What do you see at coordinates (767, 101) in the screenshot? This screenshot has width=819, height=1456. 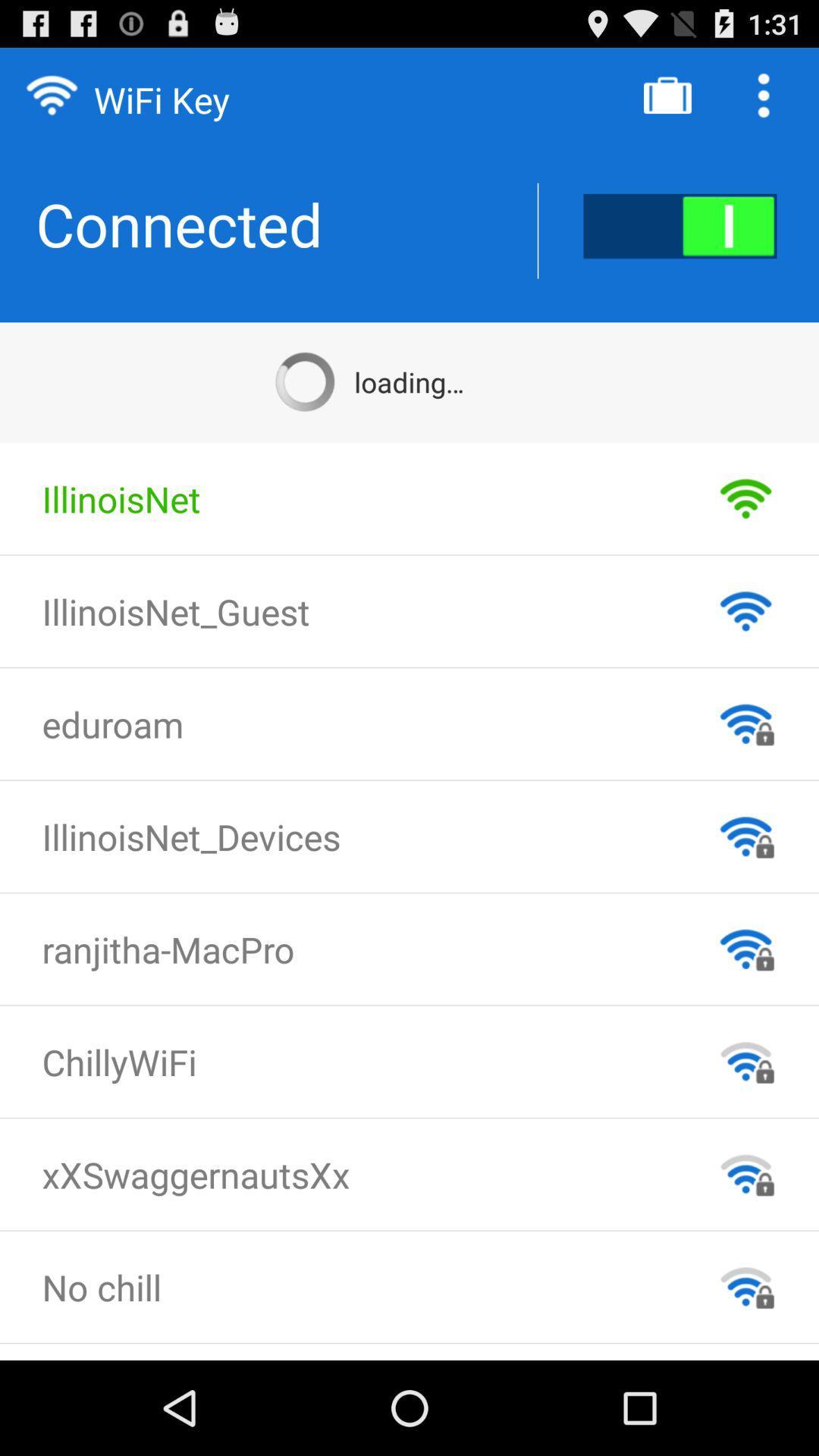 I see `the more icon` at bounding box center [767, 101].